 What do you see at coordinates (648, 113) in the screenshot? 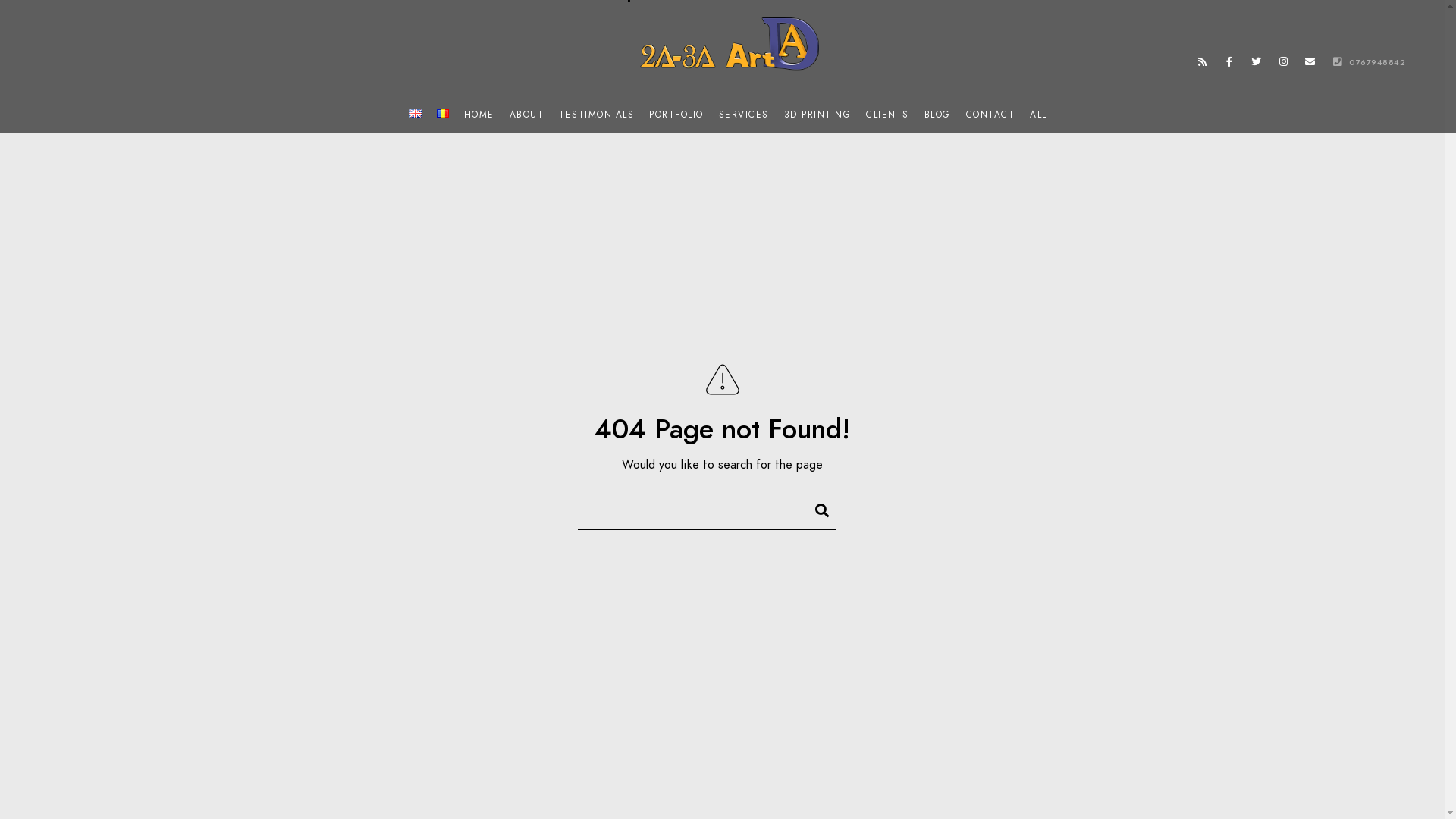
I see `'PORTFOLIO'` at bounding box center [648, 113].